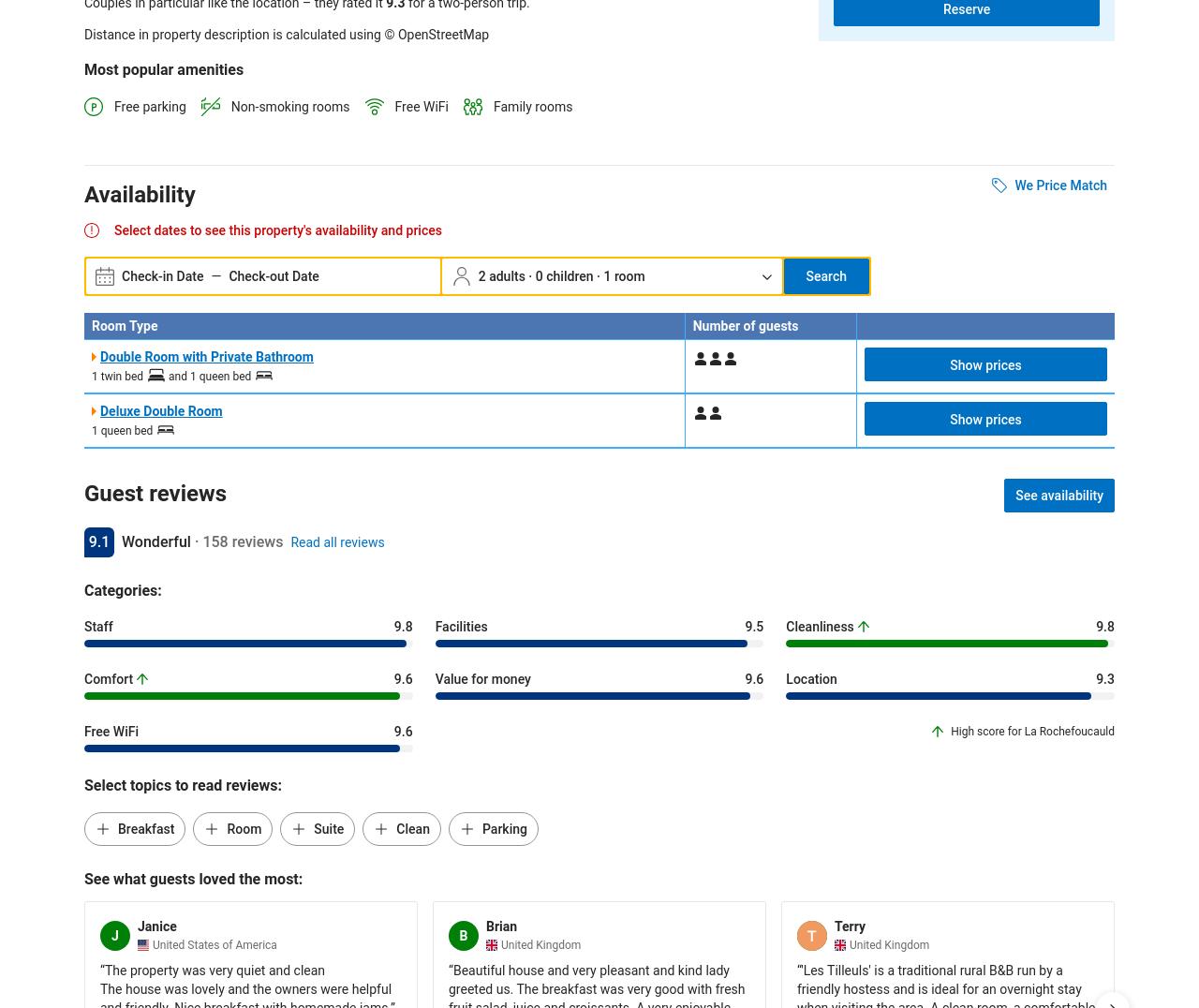 This screenshot has height=1008, width=1199. What do you see at coordinates (744, 325) in the screenshot?
I see `'Number of guests'` at bounding box center [744, 325].